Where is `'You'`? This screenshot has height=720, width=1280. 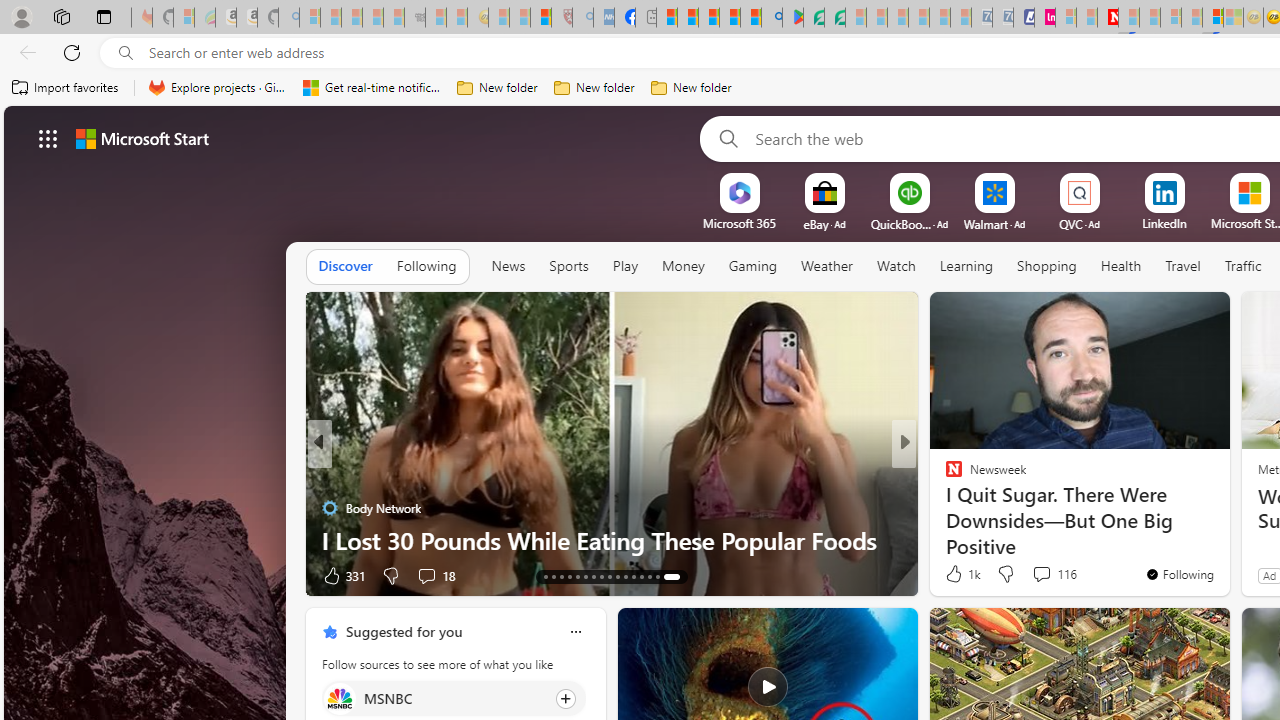
'You' is located at coordinates (1179, 573).